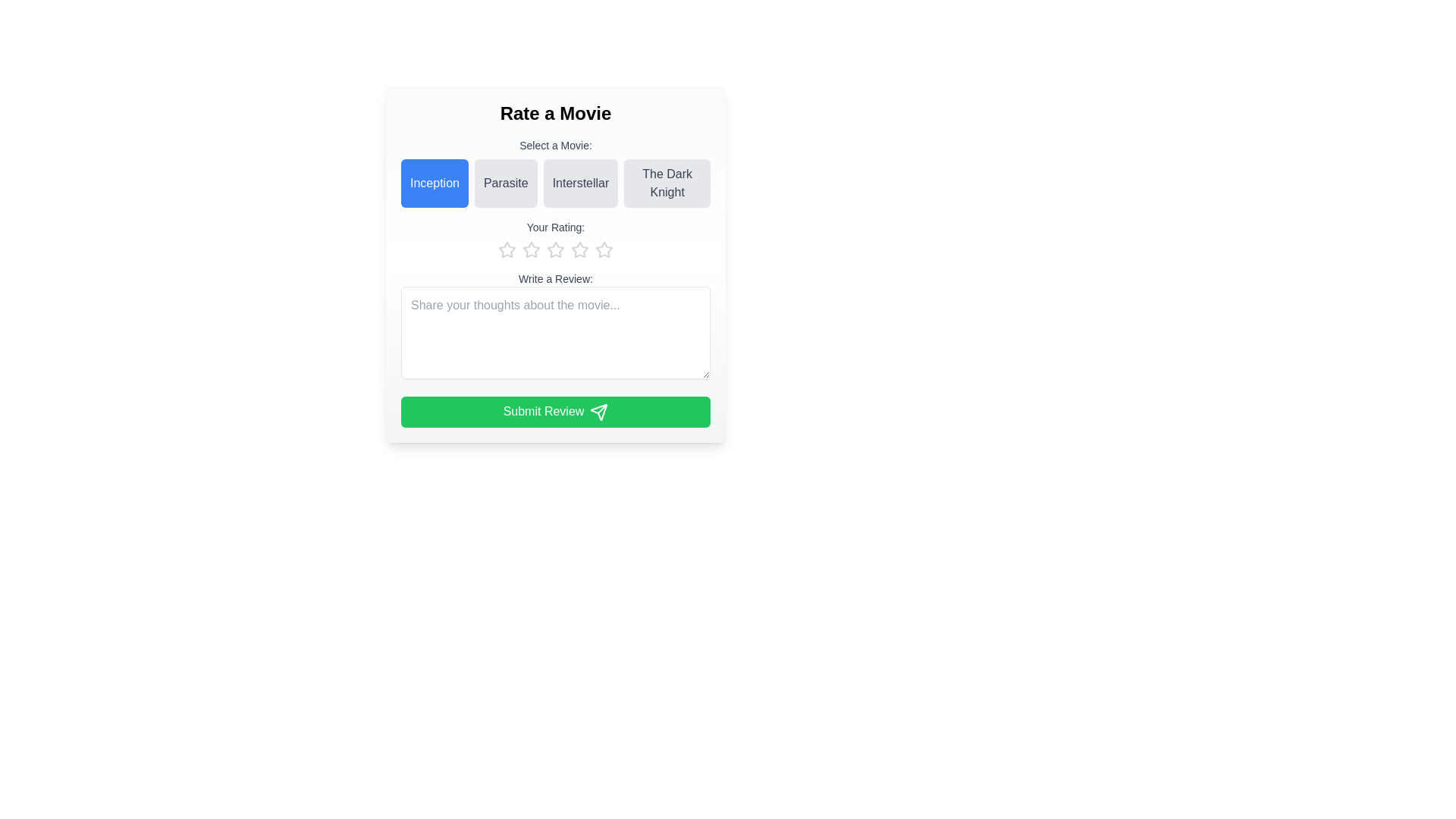 The width and height of the screenshot is (1456, 819). I want to click on the text label that prompts users to select a movie, which is positioned at the top of the movie-selection buttons, so click(555, 146).